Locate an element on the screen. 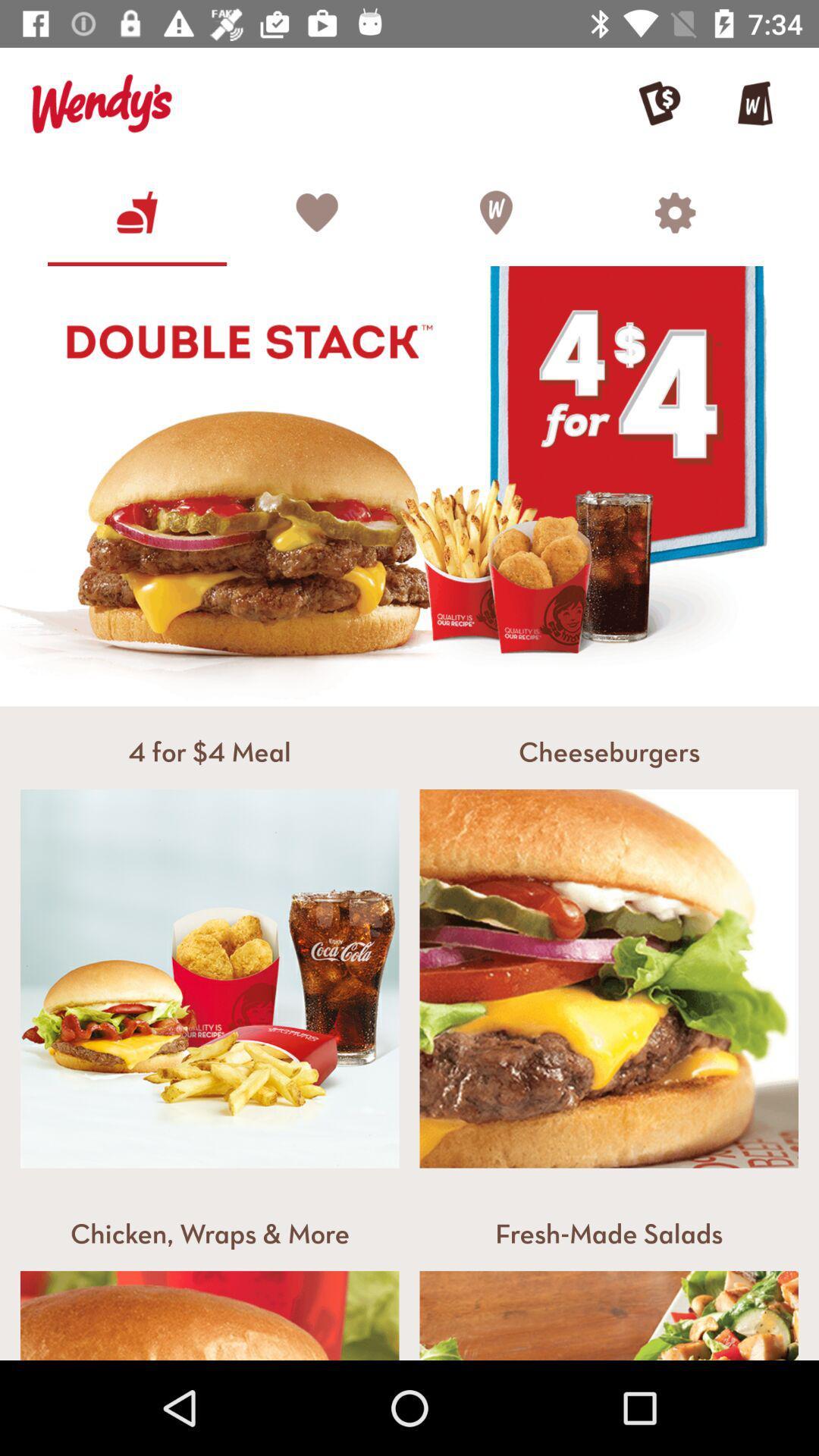 This screenshot has width=819, height=1456. the symbol which is to the first left of the settings symbol is located at coordinates (496, 212).